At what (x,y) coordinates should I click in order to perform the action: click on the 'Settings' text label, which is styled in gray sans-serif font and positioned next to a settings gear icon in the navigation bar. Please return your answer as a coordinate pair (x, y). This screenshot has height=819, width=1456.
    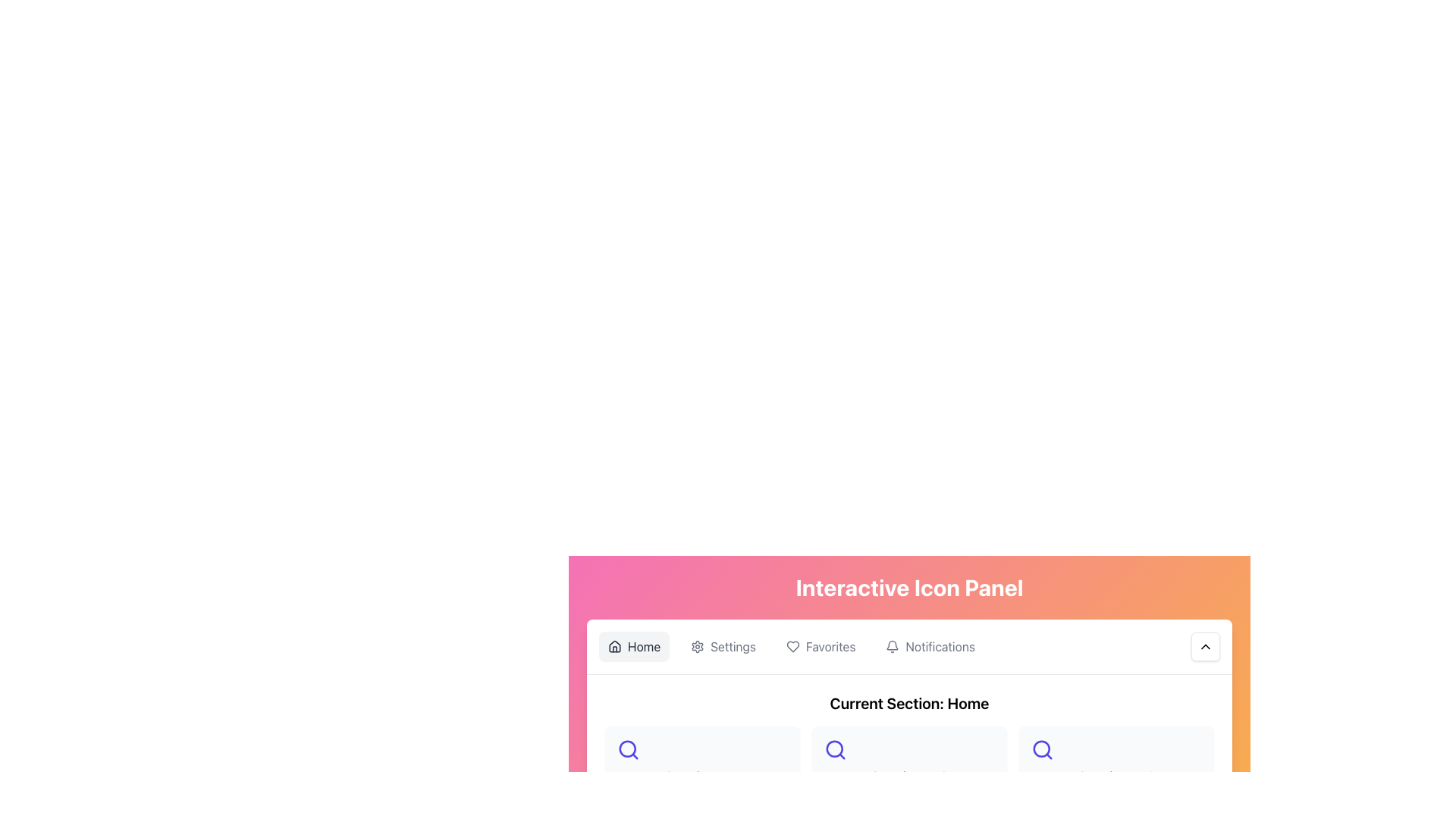
    Looking at the image, I should click on (733, 646).